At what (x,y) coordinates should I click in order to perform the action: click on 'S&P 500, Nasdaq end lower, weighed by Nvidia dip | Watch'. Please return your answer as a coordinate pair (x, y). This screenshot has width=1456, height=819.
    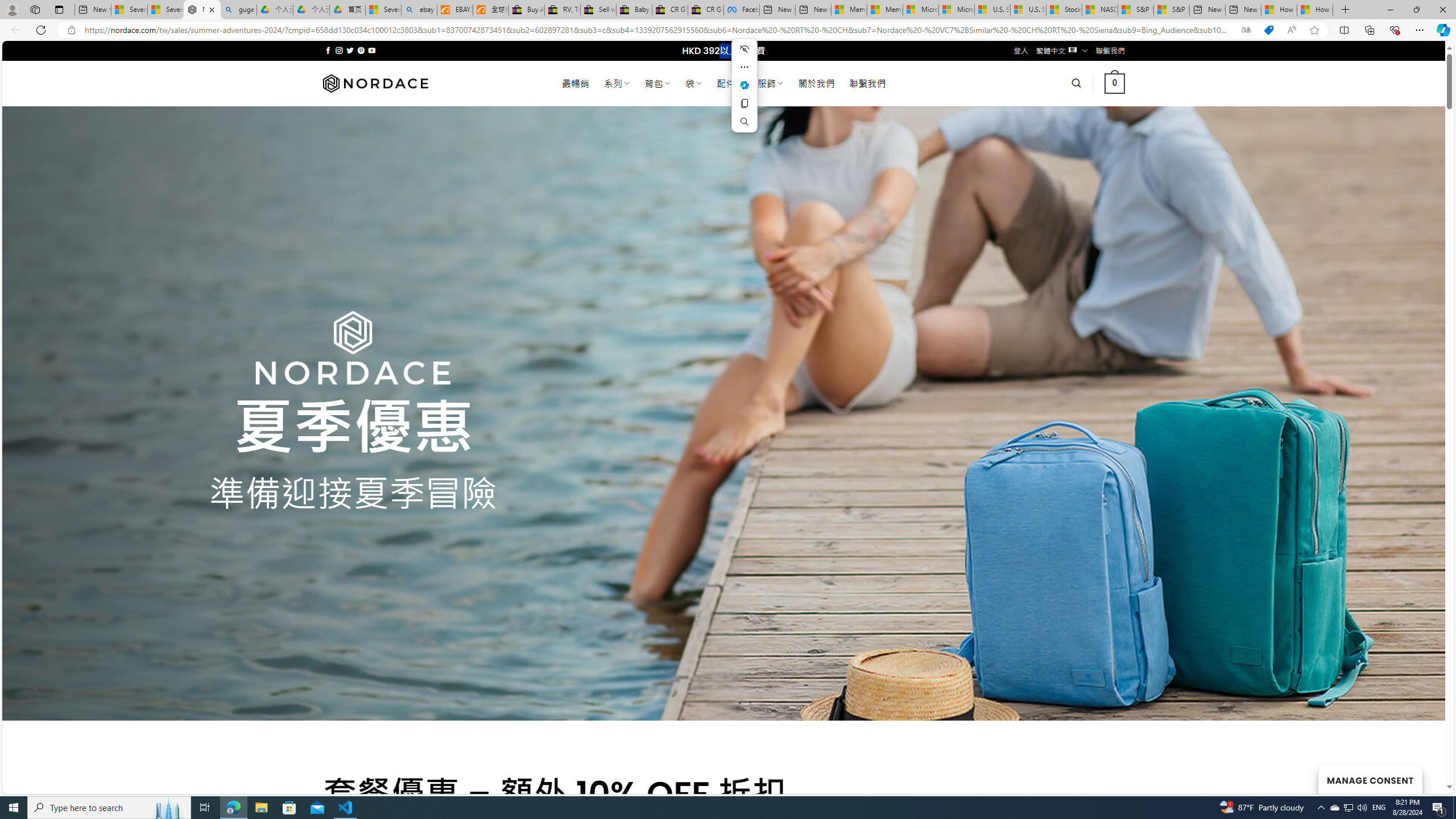
    Looking at the image, I should click on (1170, 9).